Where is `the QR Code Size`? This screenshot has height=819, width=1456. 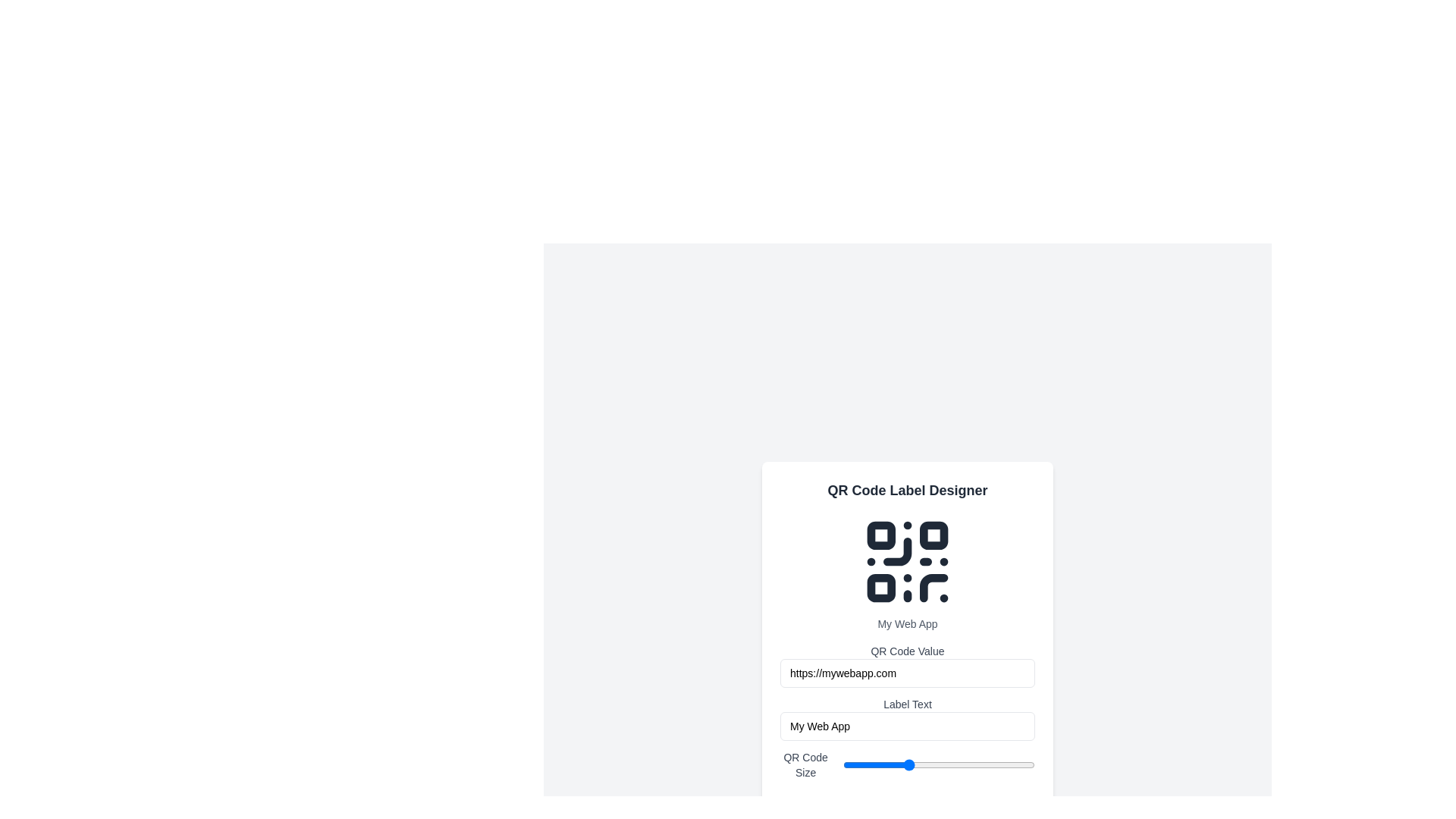
the QR Code Size is located at coordinates (992, 765).